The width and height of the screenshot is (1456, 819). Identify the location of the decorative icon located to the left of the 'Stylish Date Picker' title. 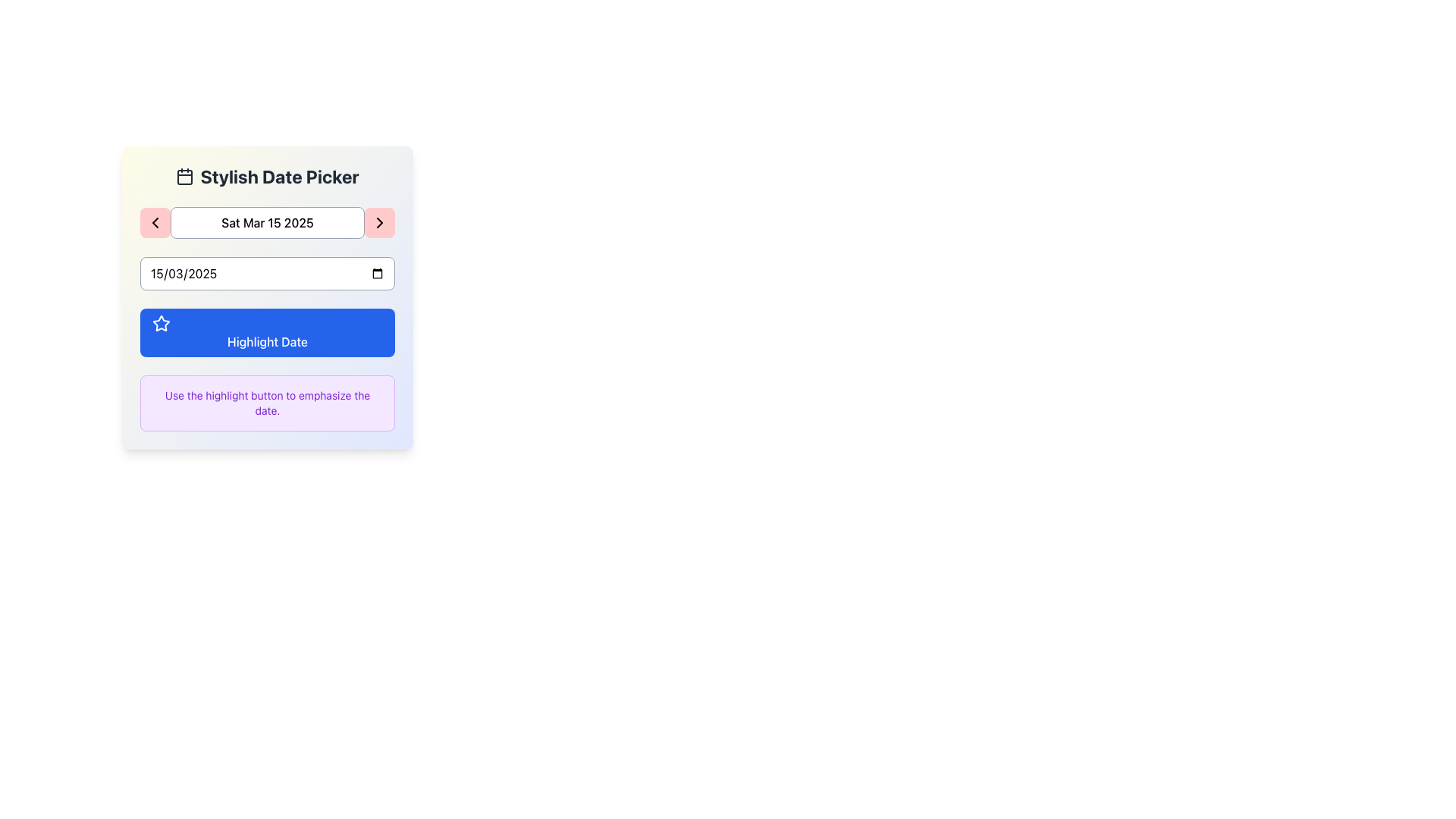
(184, 175).